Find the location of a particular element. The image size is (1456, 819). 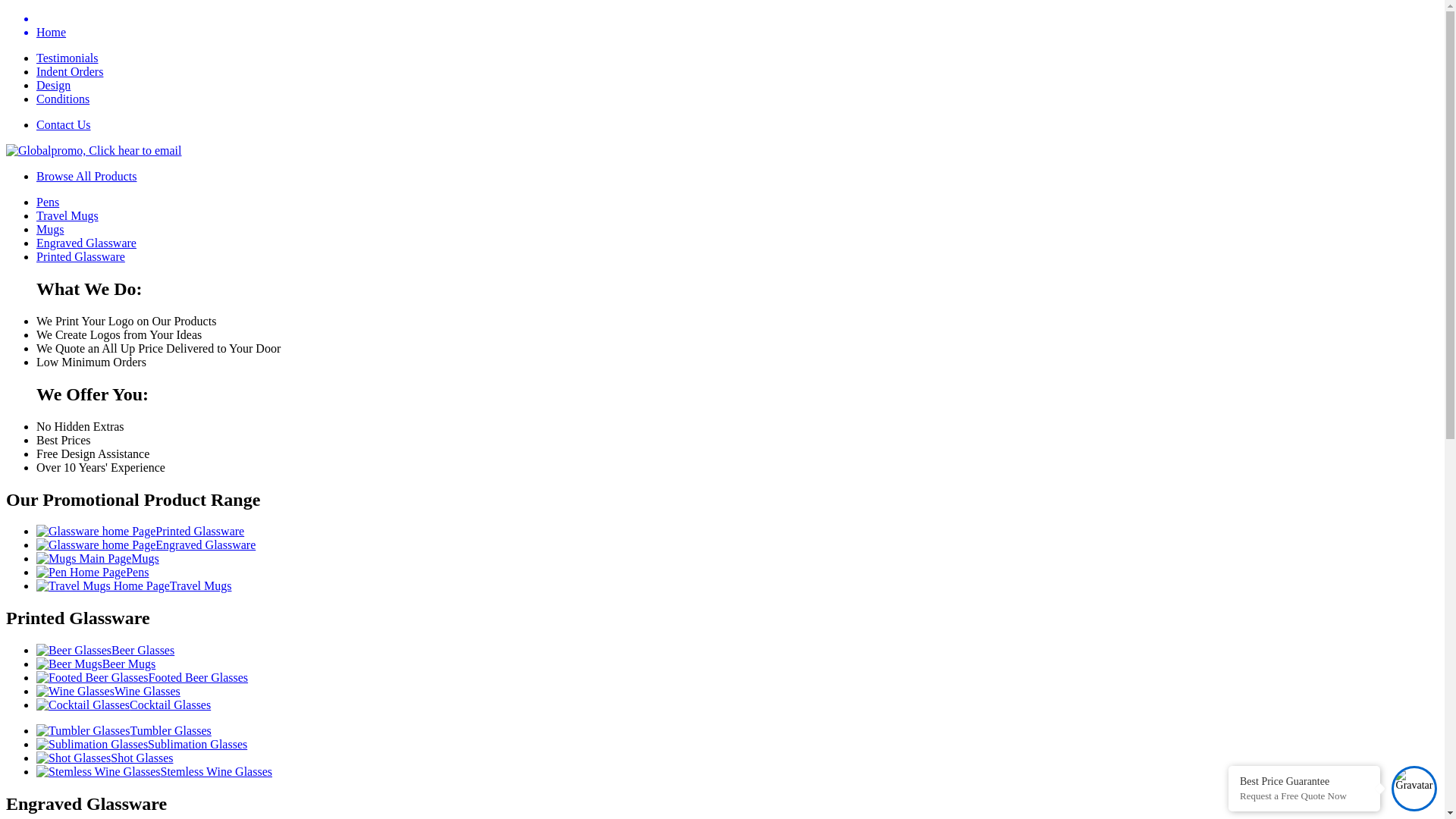

'Cocktail Glasses' is located at coordinates (124, 704).